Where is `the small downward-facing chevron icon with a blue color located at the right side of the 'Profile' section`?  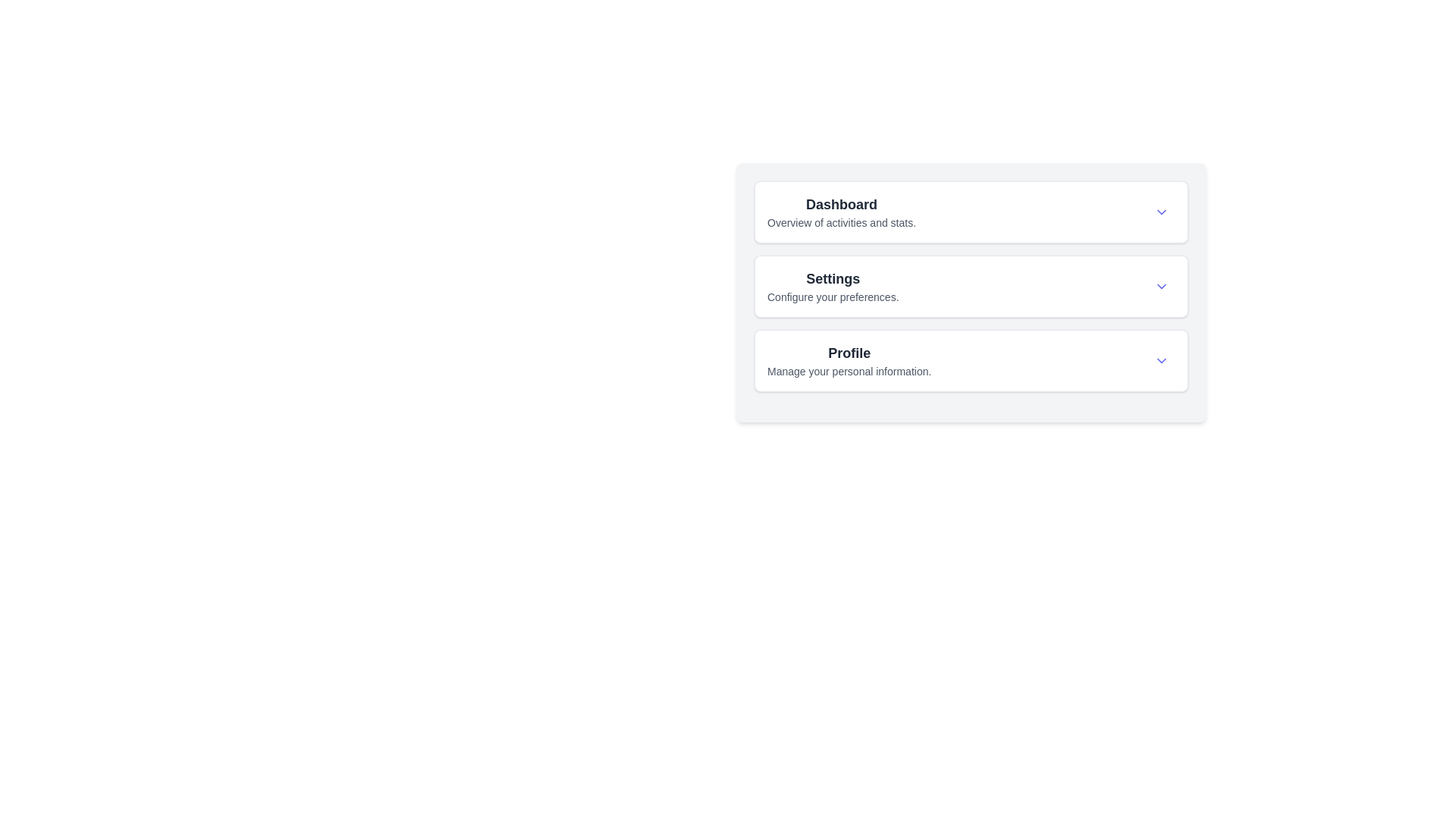 the small downward-facing chevron icon with a blue color located at the right side of the 'Profile' section is located at coordinates (1160, 360).